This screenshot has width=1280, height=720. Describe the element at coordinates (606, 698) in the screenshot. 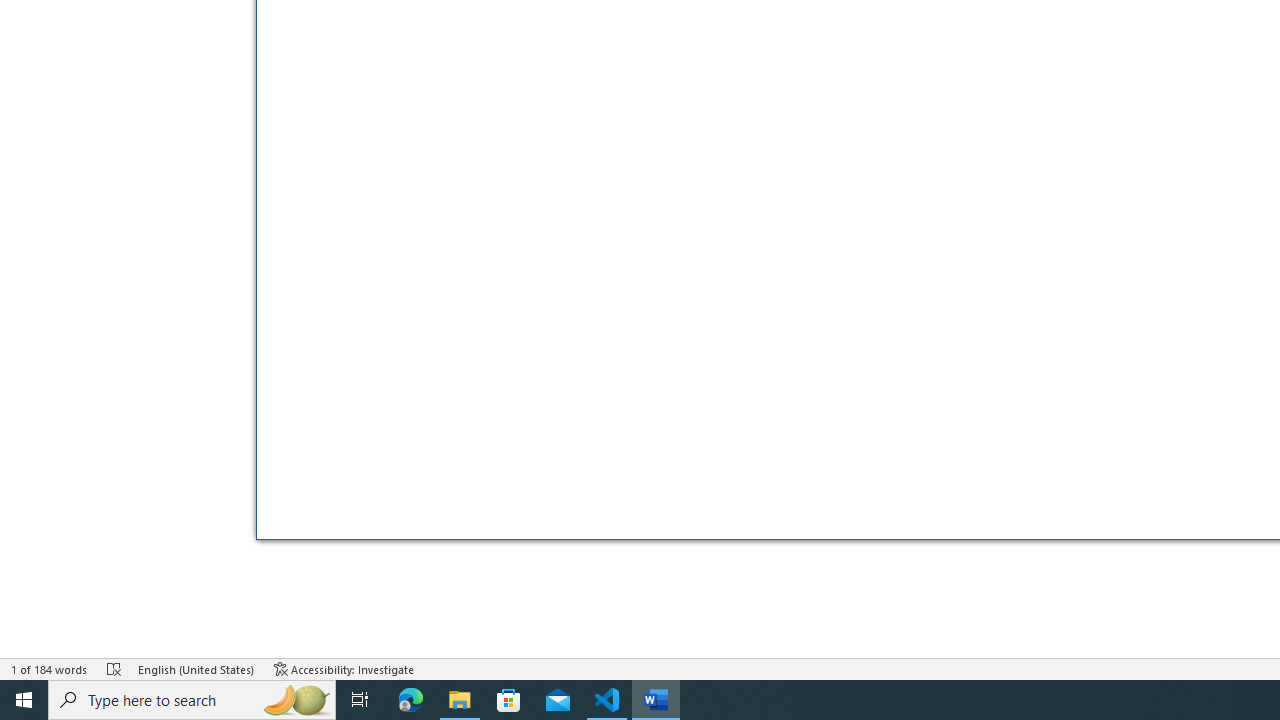

I see `'Visual Studio Code - 1 running window'` at that location.